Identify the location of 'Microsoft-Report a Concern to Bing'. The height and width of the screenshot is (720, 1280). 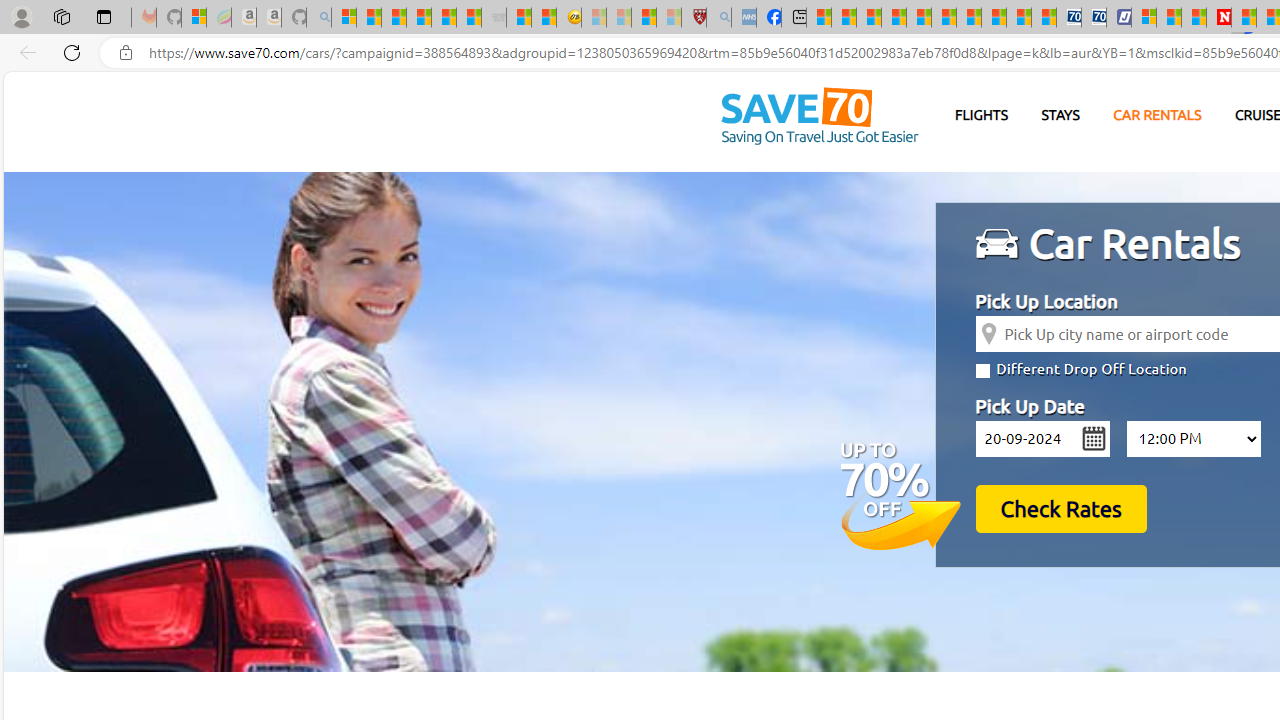
(193, 17).